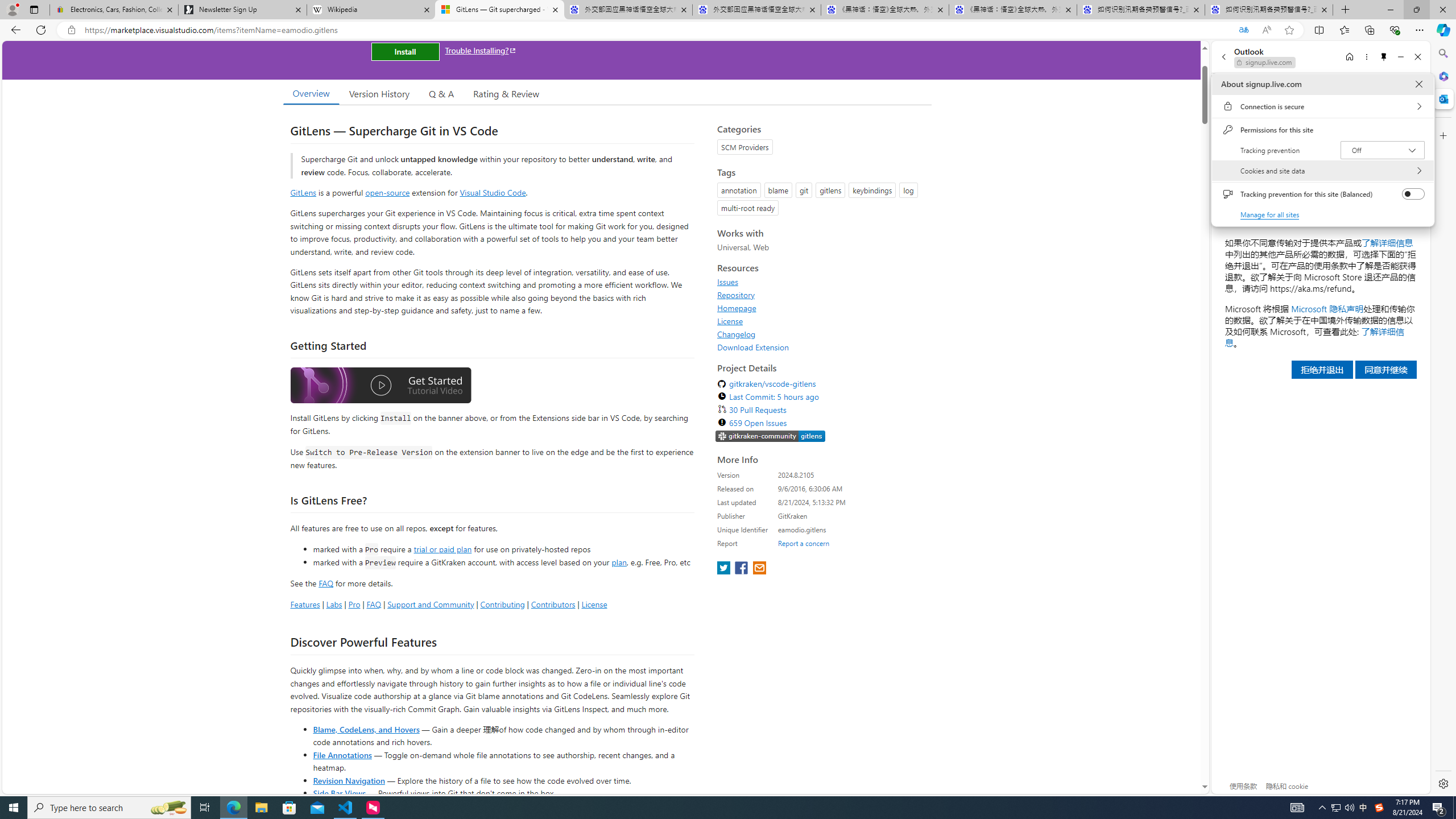  What do you see at coordinates (1322, 105) in the screenshot?
I see `'Connection is secure'` at bounding box center [1322, 105].